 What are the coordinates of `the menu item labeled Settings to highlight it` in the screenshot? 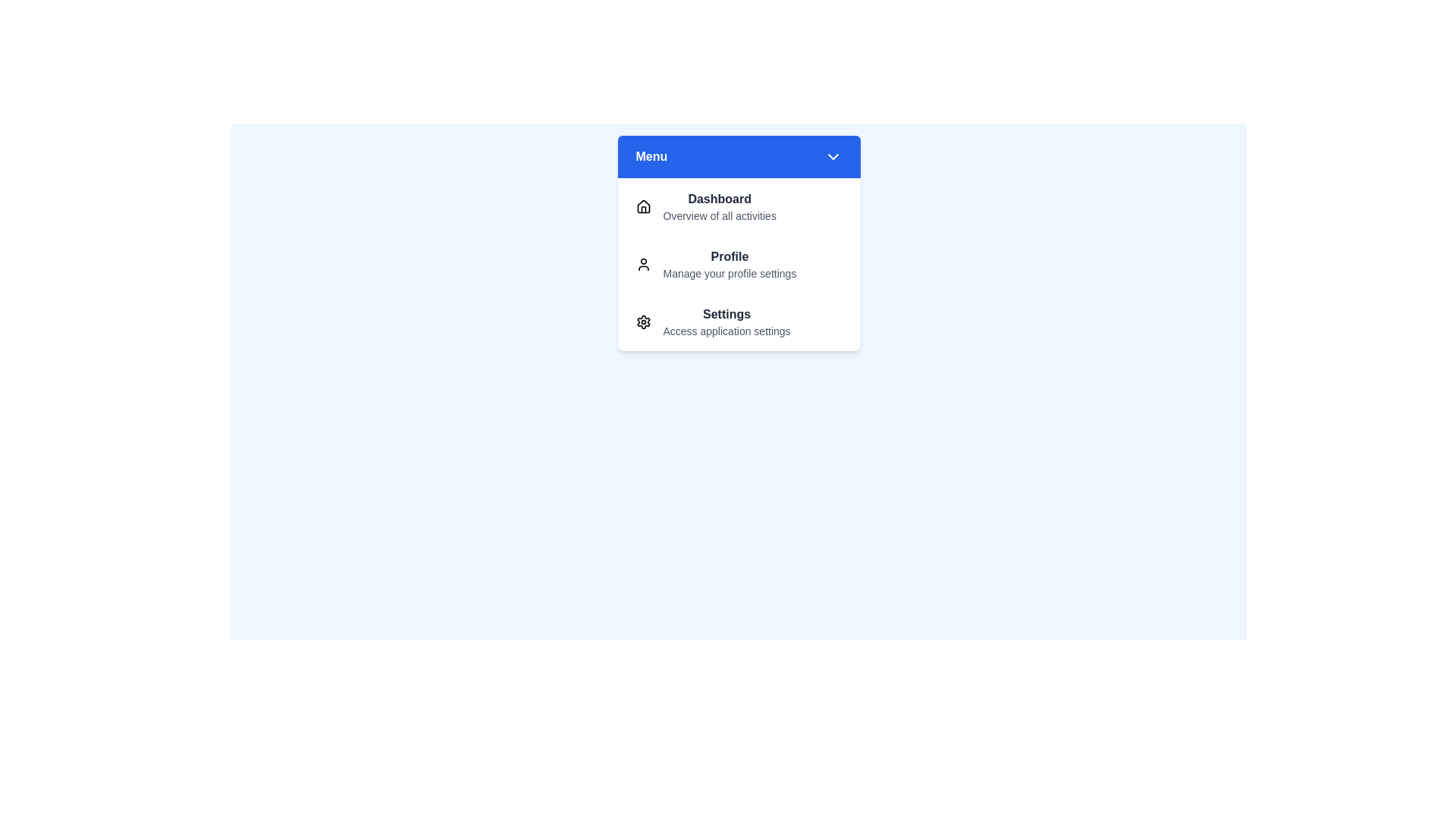 It's located at (739, 321).